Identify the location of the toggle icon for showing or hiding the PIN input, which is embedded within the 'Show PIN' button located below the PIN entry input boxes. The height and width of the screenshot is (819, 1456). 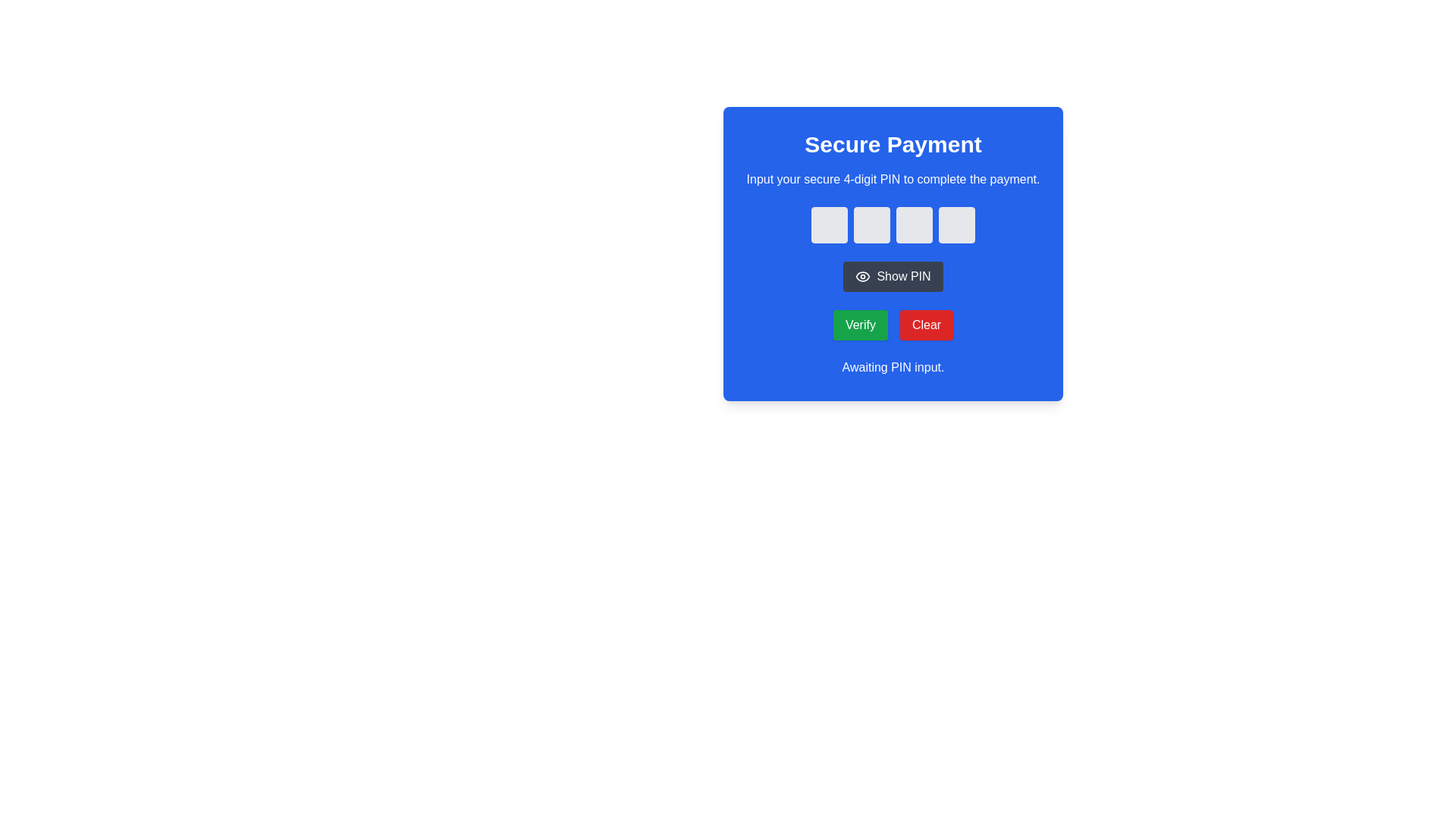
(863, 277).